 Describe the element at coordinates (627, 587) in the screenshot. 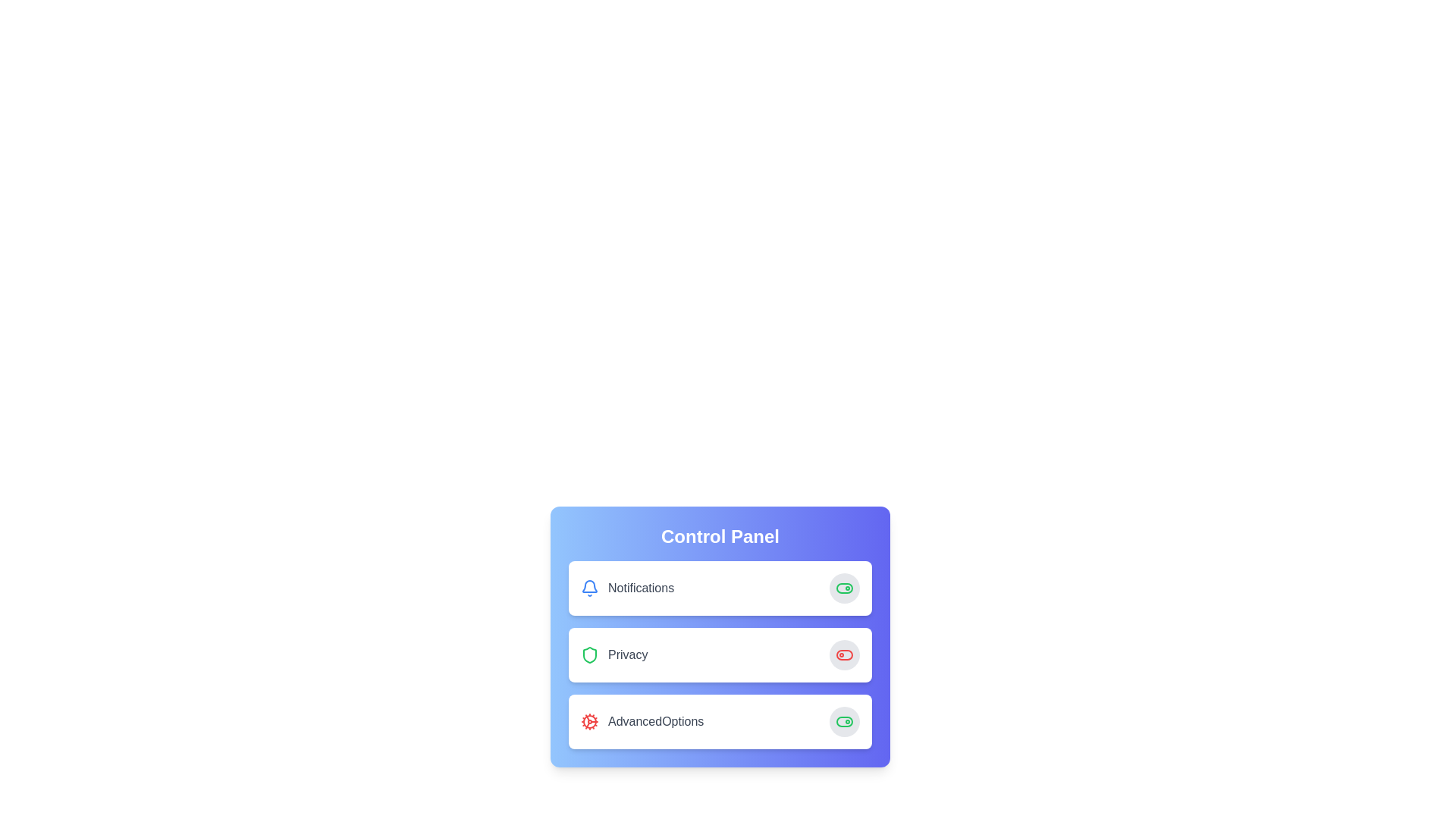

I see `the 'What this Text with Icon does' element located at the top of the vertical list in the 'Control Panel'` at that location.